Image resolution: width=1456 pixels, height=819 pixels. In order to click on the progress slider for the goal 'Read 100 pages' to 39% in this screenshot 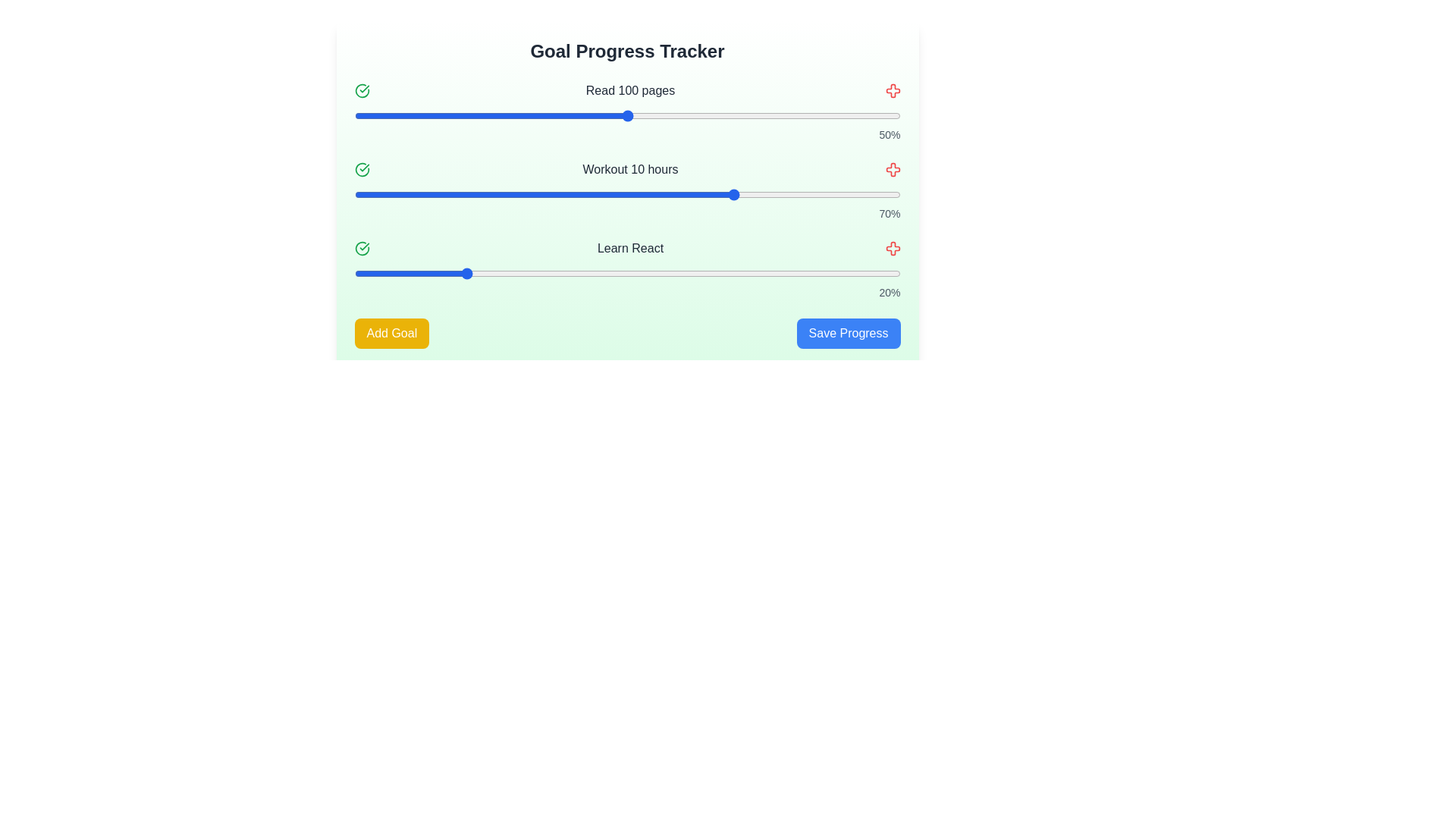, I will do `click(566, 115)`.